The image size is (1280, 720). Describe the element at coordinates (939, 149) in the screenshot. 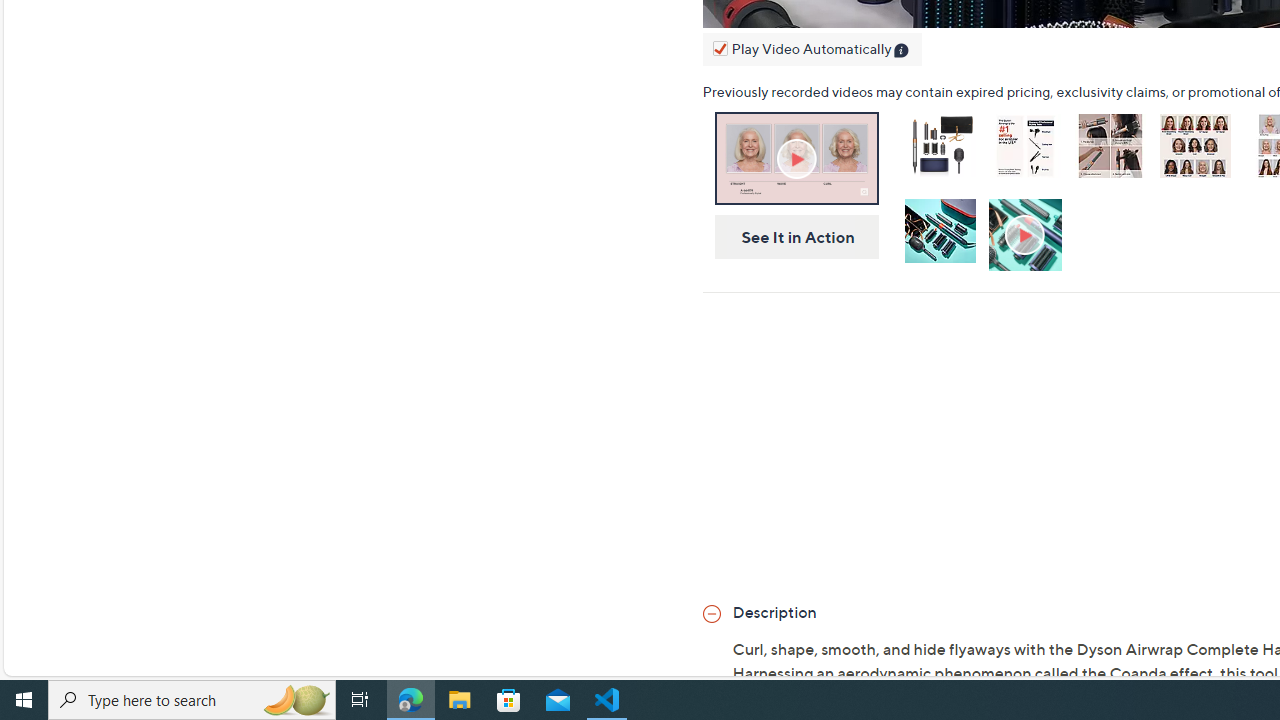

I see `'Dyson Airwrap Complete with Paddle Brush and Travel Pouch'` at that location.